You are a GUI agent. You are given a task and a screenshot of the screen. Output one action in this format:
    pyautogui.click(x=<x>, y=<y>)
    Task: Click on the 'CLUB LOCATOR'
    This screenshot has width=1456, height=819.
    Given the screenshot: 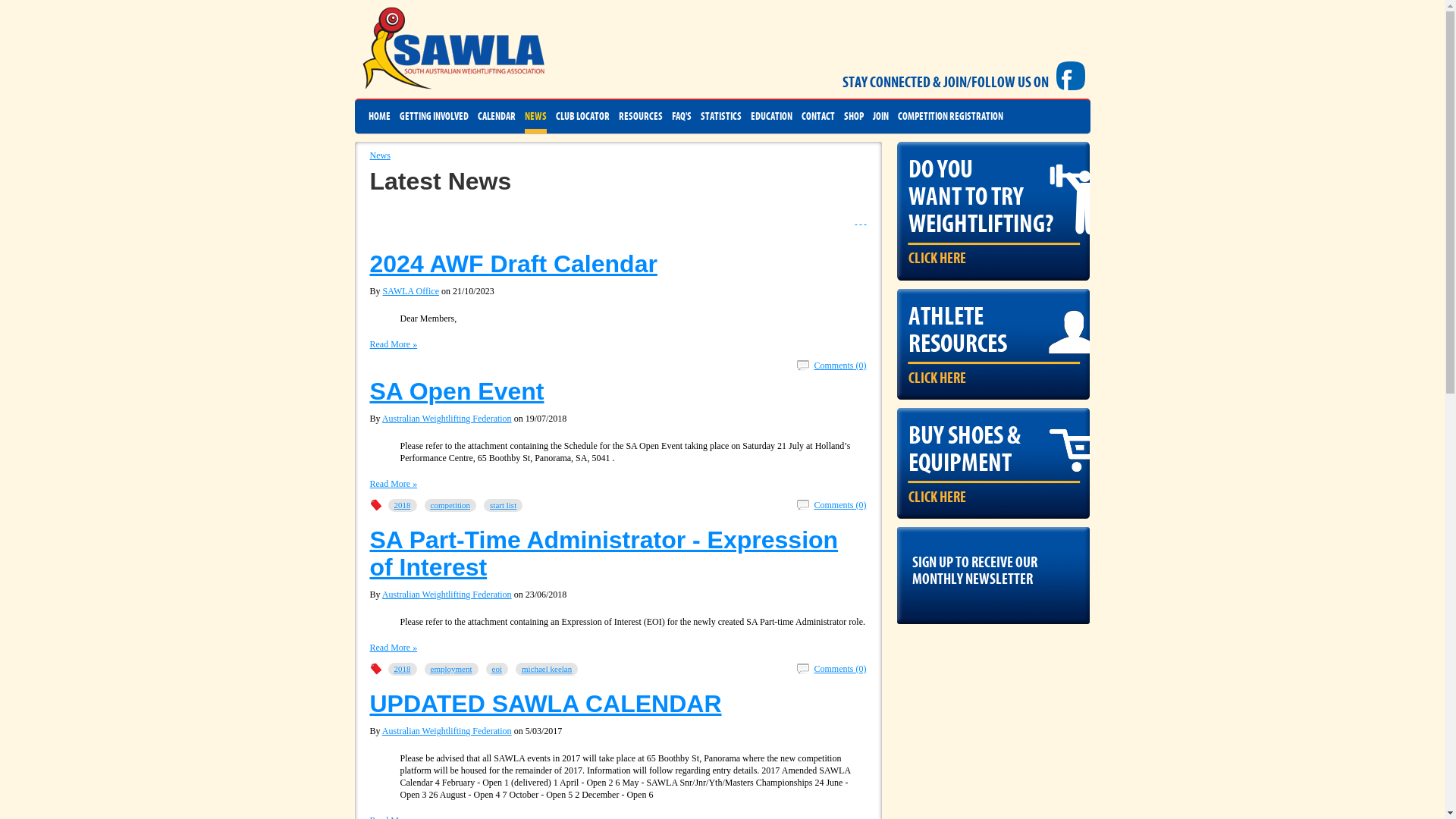 What is the action you would take?
    pyautogui.click(x=581, y=116)
    